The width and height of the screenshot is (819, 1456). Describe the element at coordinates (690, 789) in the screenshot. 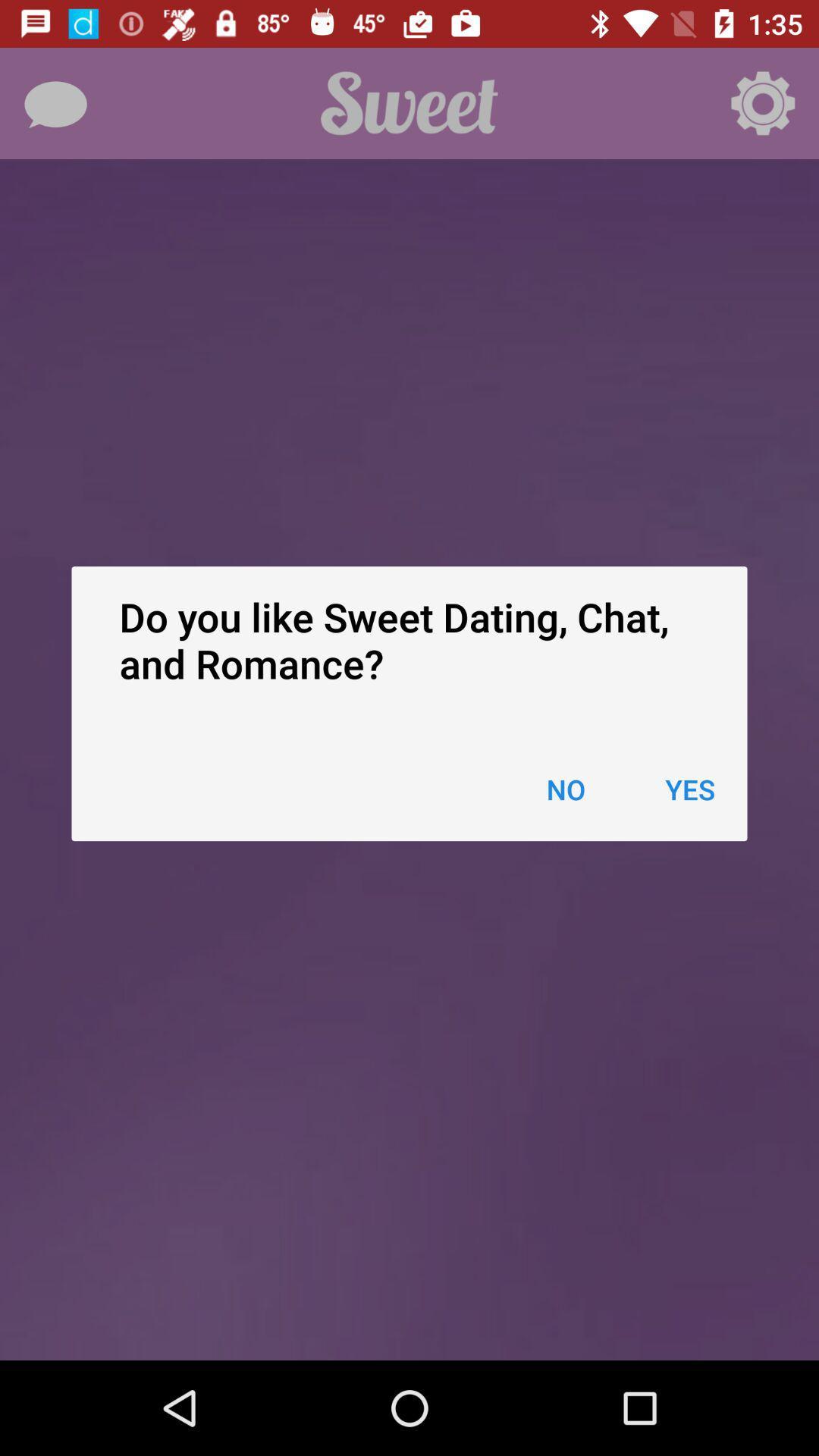

I see `the item to the right of the no item` at that location.